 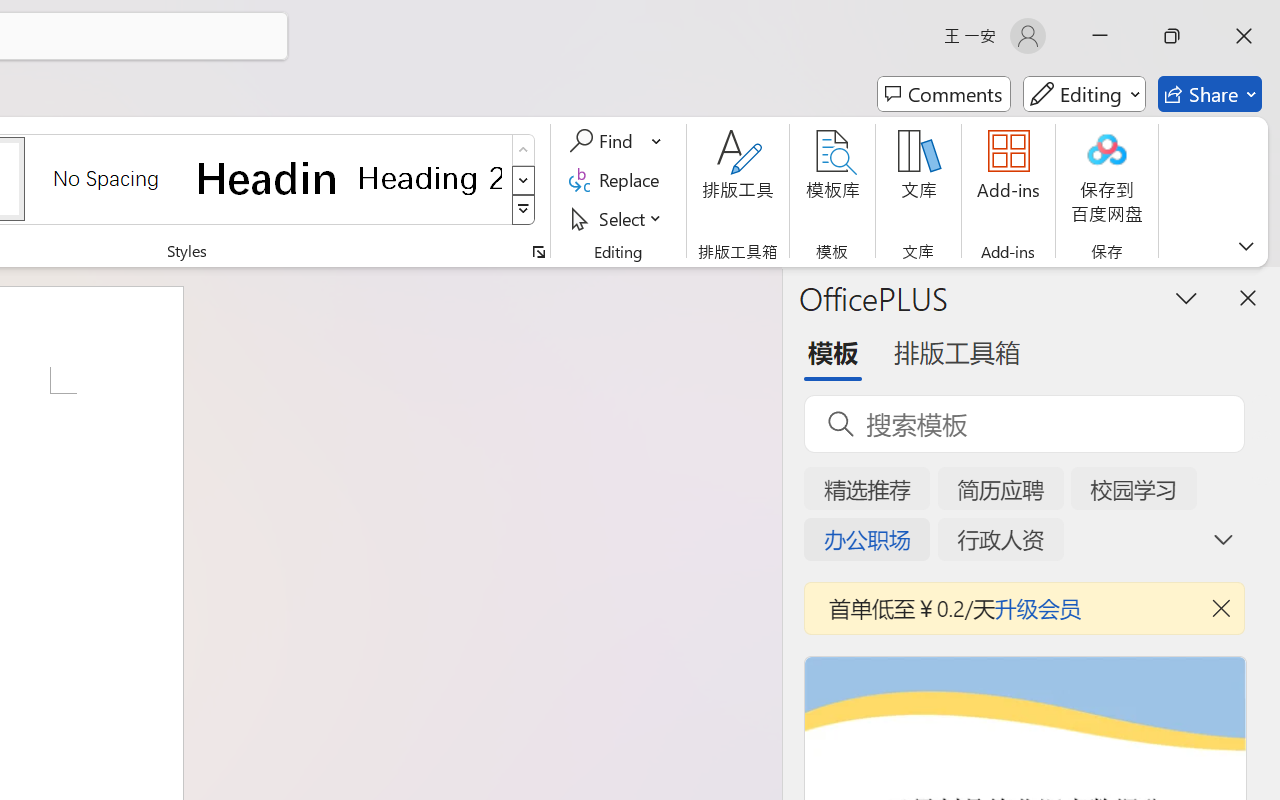 What do you see at coordinates (616, 179) in the screenshot?
I see `'Replace...'` at bounding box center [616, 179].